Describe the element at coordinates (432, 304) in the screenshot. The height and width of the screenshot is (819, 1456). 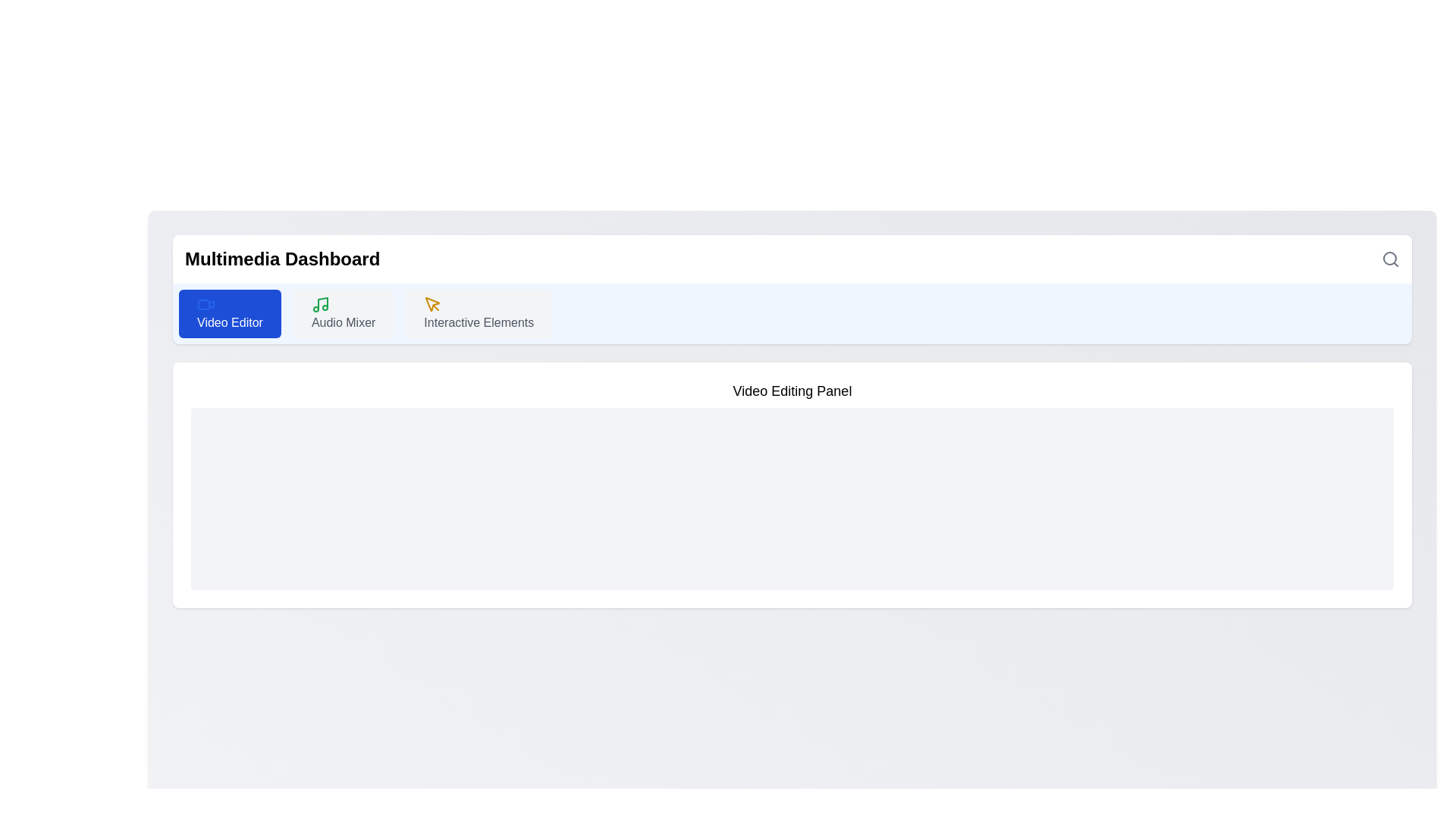
I see `the interactive icon element located in the 'Interactive Elements' section of the toolbar, positioned between 'Audio Mixer' and 'Video Editor'` at that location.